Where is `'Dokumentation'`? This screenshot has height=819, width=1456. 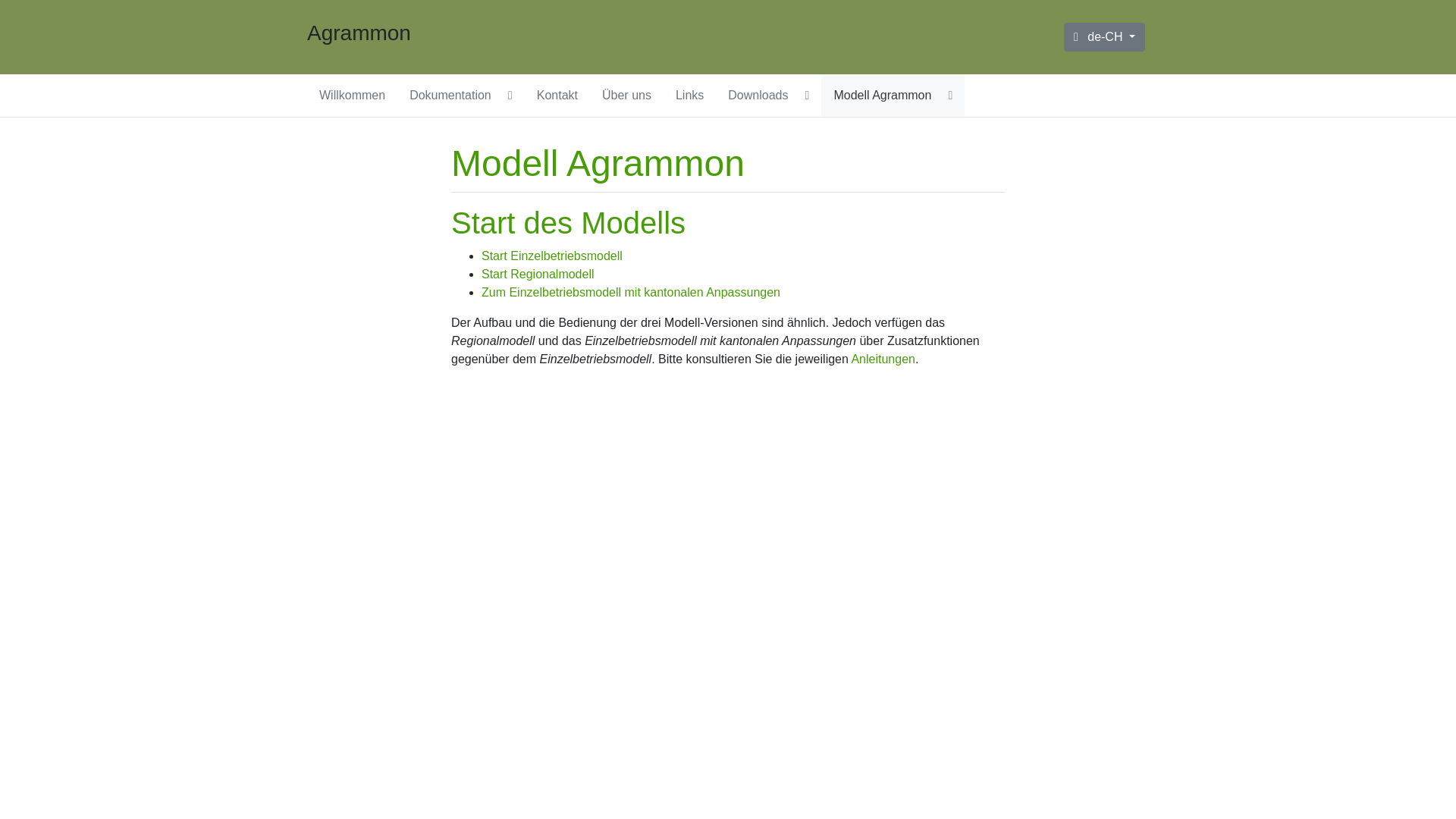
'Dokumentation' is located at coordinates (450, 96).